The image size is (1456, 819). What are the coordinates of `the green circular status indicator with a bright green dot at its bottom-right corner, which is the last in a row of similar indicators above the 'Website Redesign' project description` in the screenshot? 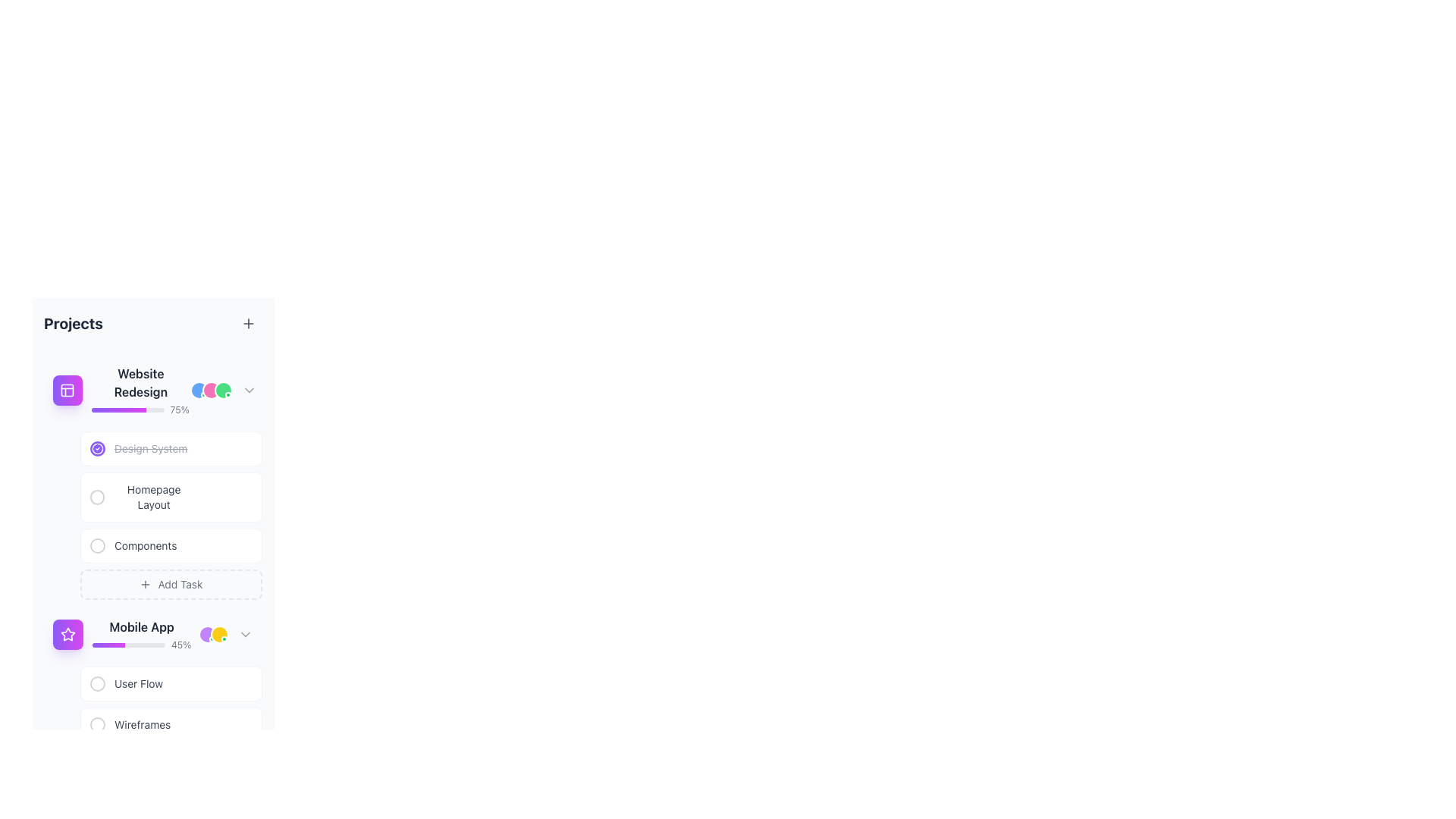 It's located at (223, 390).